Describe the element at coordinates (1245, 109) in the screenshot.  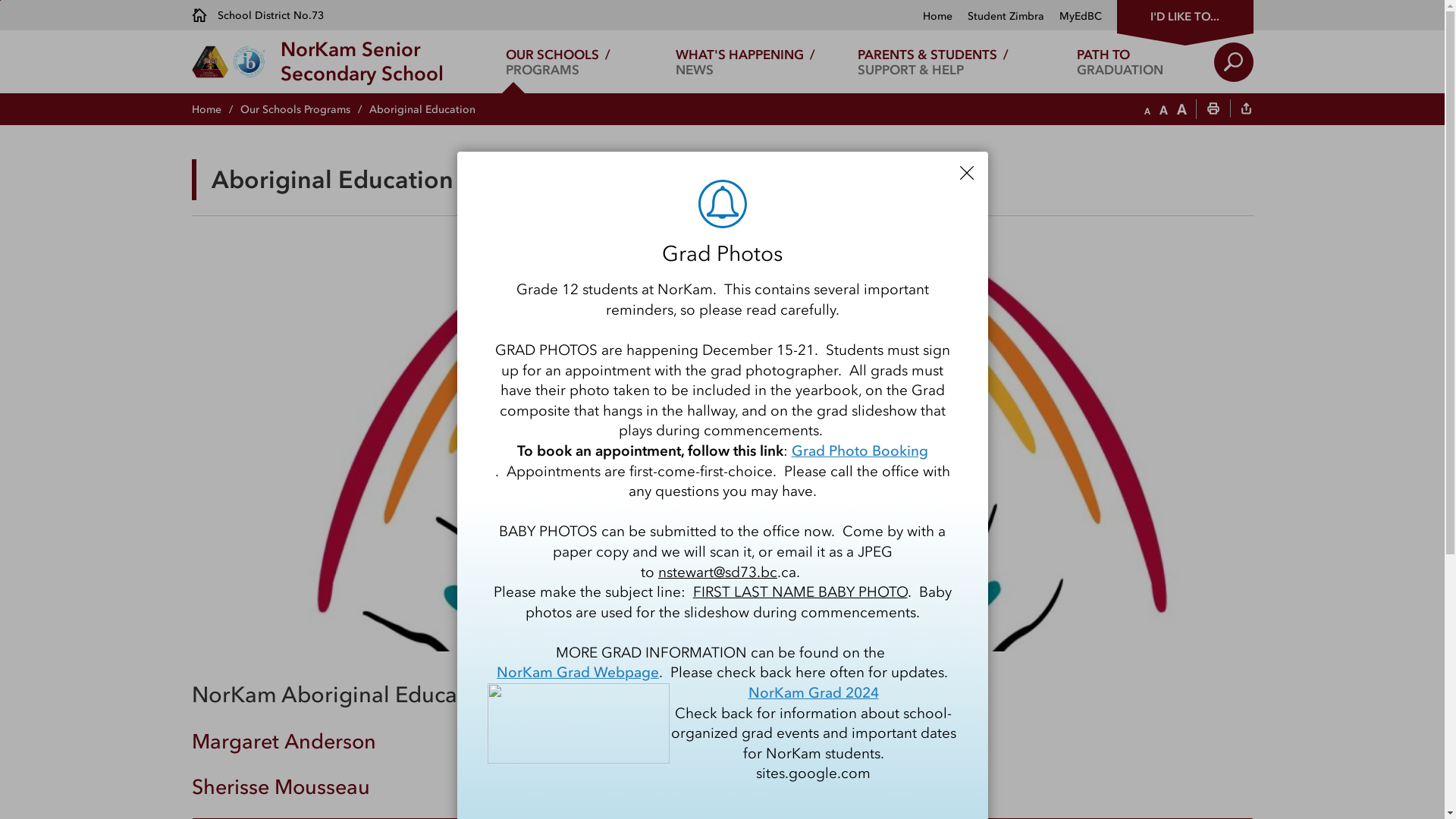
I see `' '` at that location.